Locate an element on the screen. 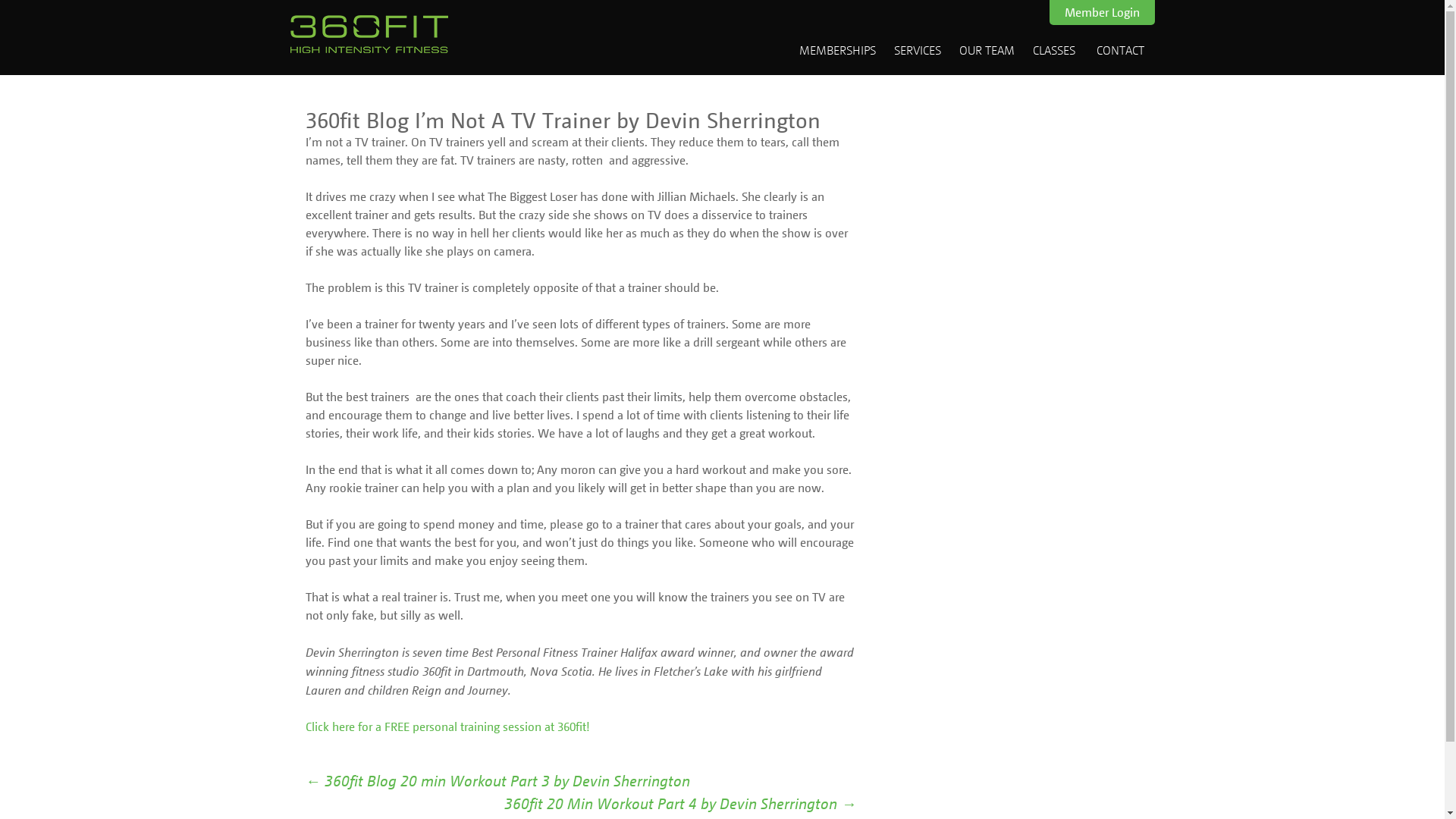 This screenshot has width=1456, height=819. 'Click here for a FREE personal training session at 360fit!' is located at coordinates (446, 725).